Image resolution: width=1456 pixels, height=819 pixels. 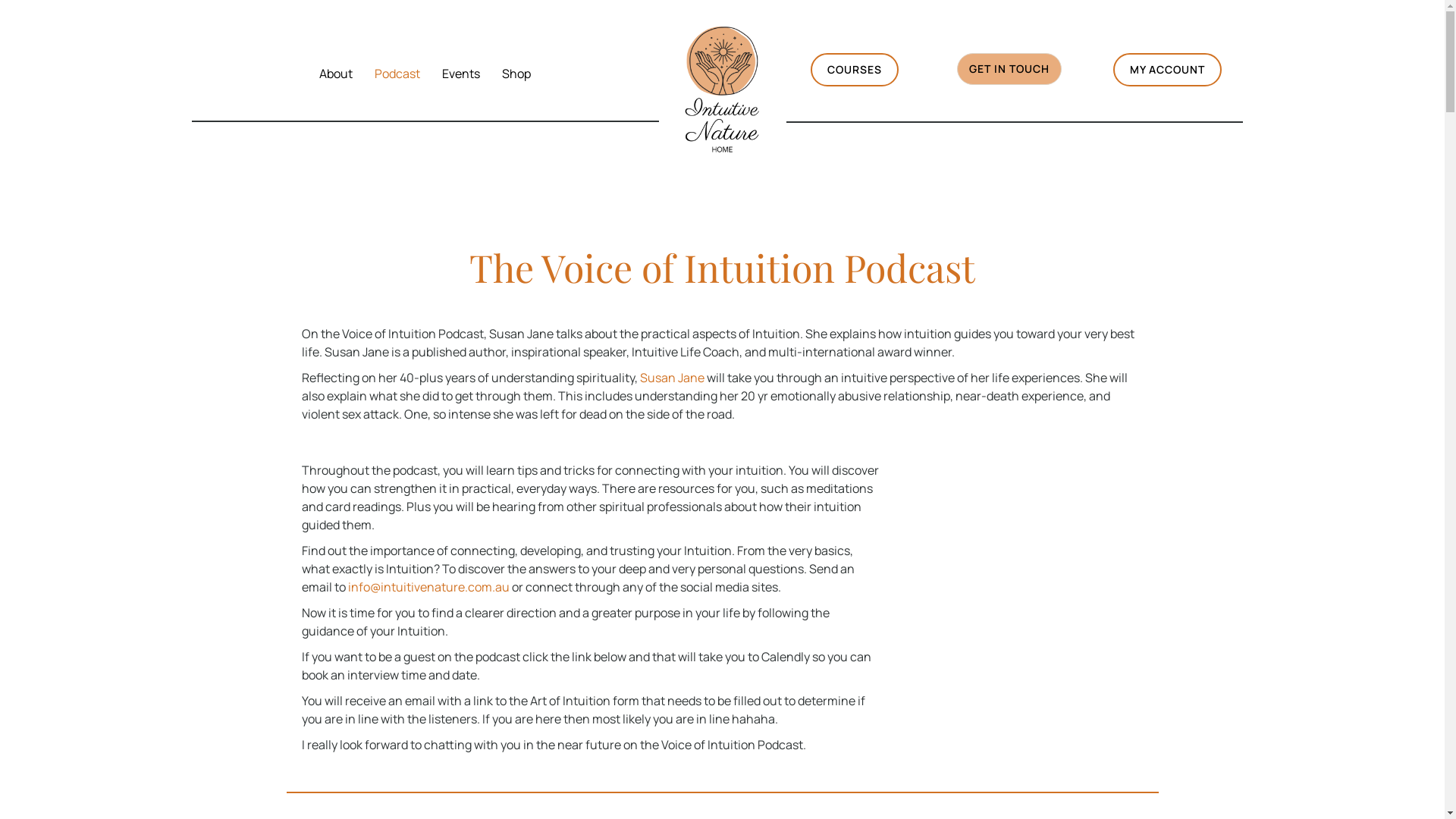 I want to click on 'Susan Jane', so click(x=640, y=376).